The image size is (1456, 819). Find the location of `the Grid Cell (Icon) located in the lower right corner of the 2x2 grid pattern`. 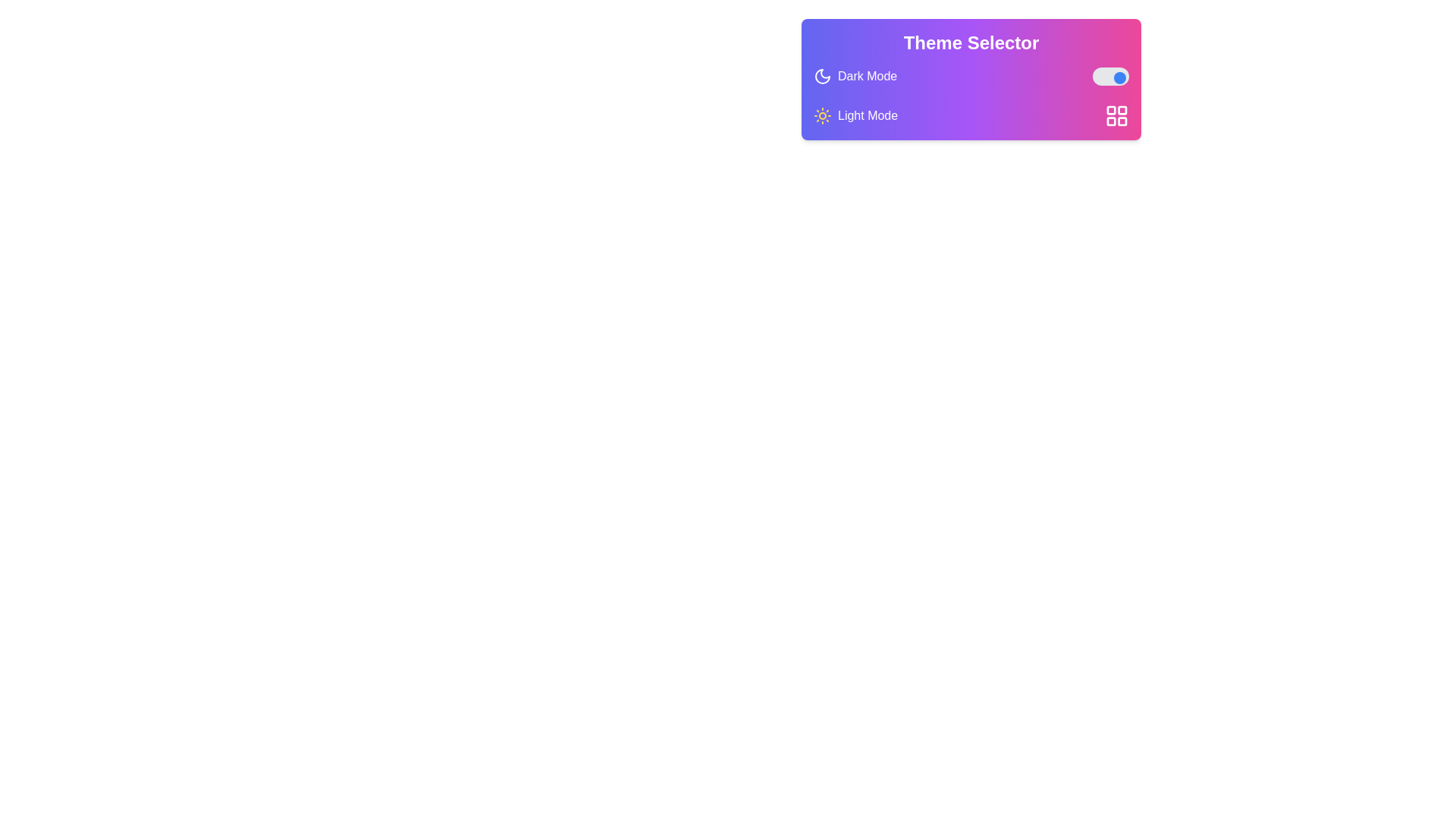

the Grid Cell (Icon) located in the lower right corner of the 2x2 grid pattern is located at coordinates (1122, 121).